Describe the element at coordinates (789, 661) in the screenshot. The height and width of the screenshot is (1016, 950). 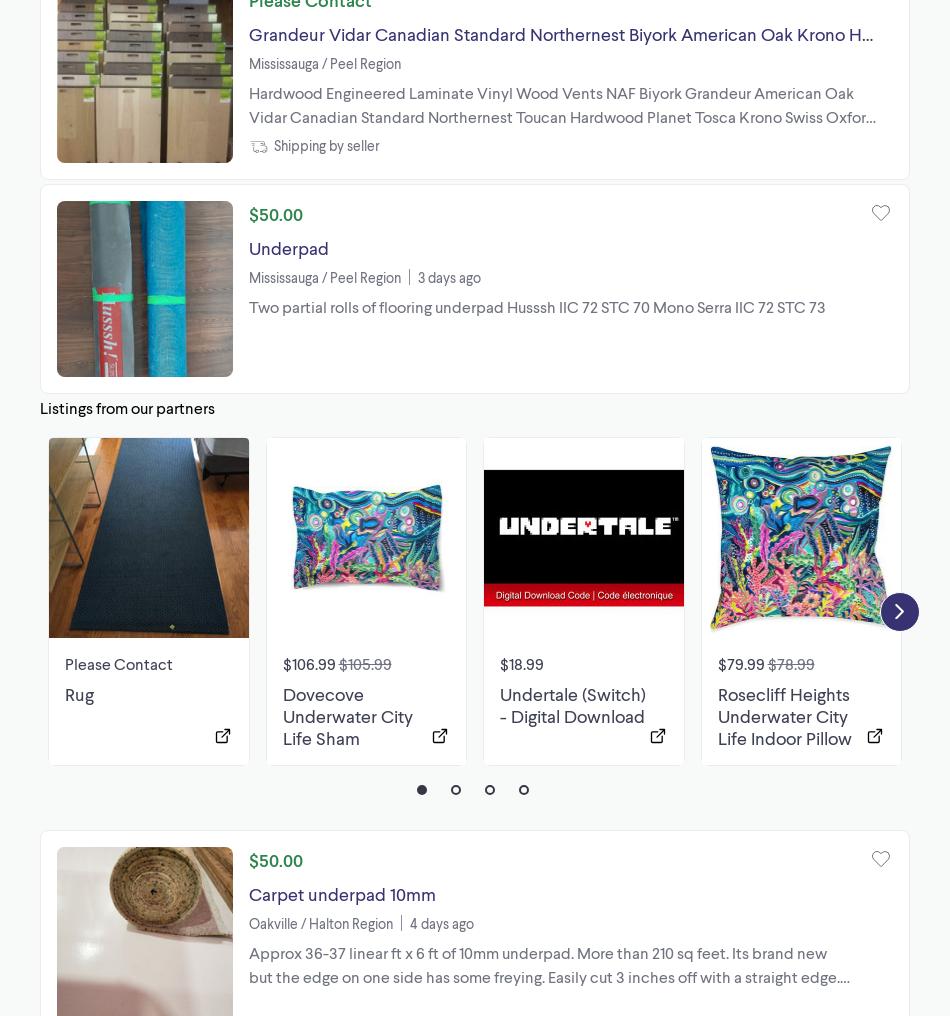
I see `'$78.99'` at that location.